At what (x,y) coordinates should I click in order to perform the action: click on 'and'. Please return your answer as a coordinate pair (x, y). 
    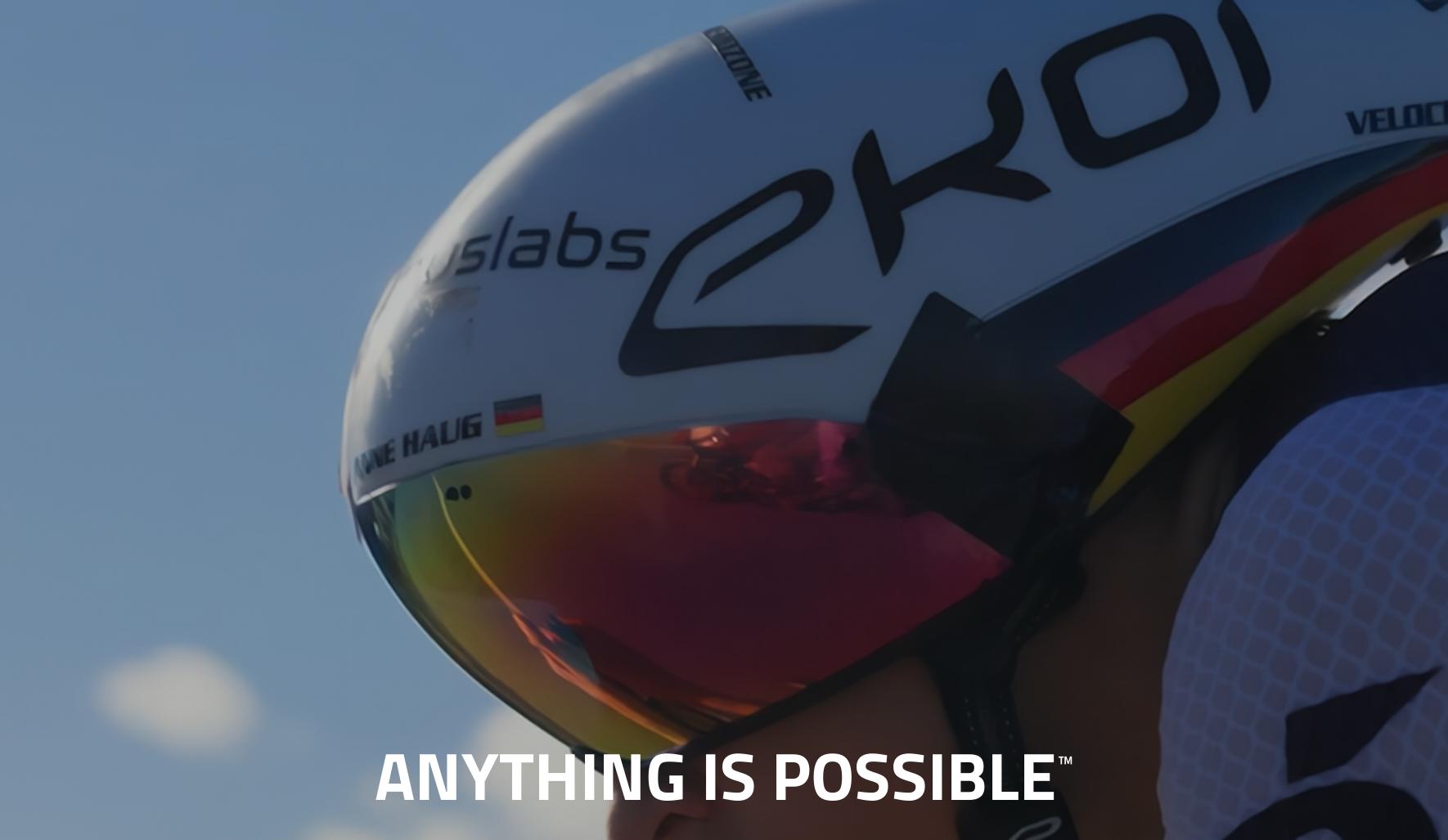
    Looking at the image, I should click on (521, 216).